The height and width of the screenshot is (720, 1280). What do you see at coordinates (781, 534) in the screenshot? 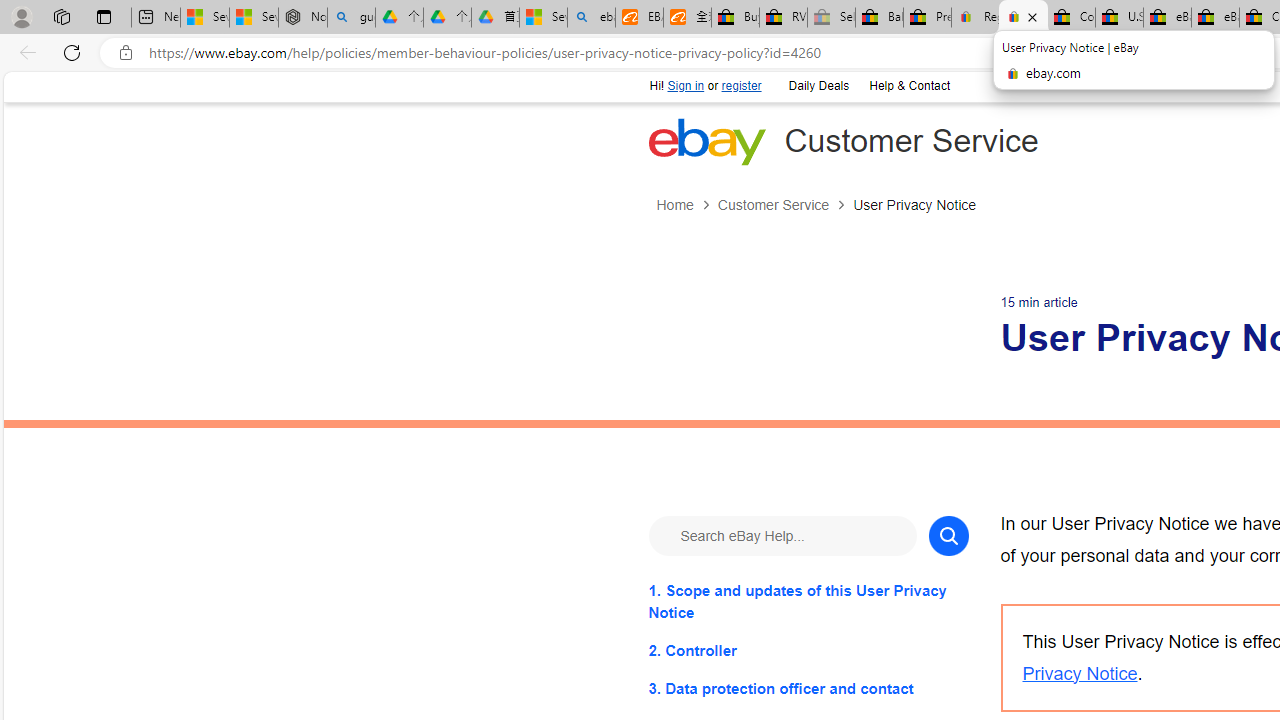
I see `'Search eBay Help...'` at bounding box center [781, 534].